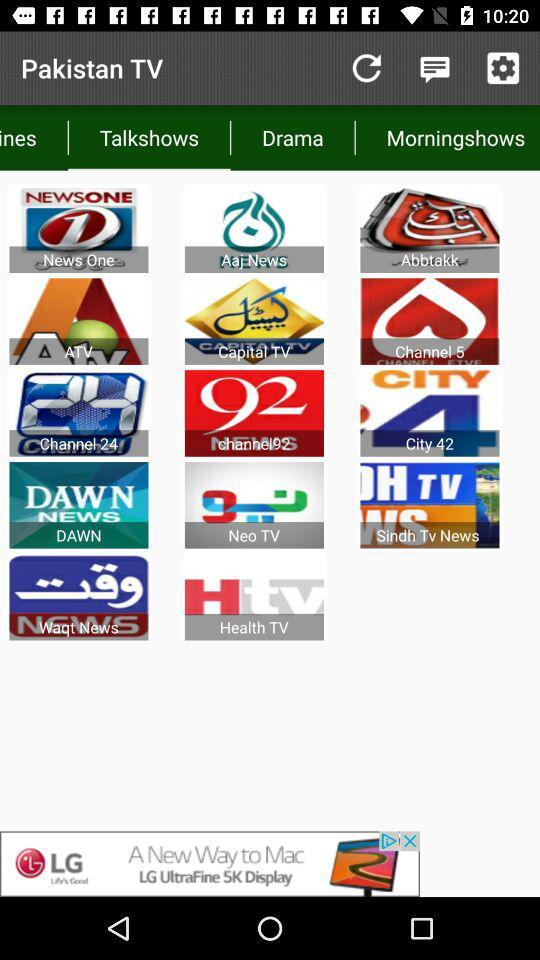  I want to click on settings icon, so click(502, 68).